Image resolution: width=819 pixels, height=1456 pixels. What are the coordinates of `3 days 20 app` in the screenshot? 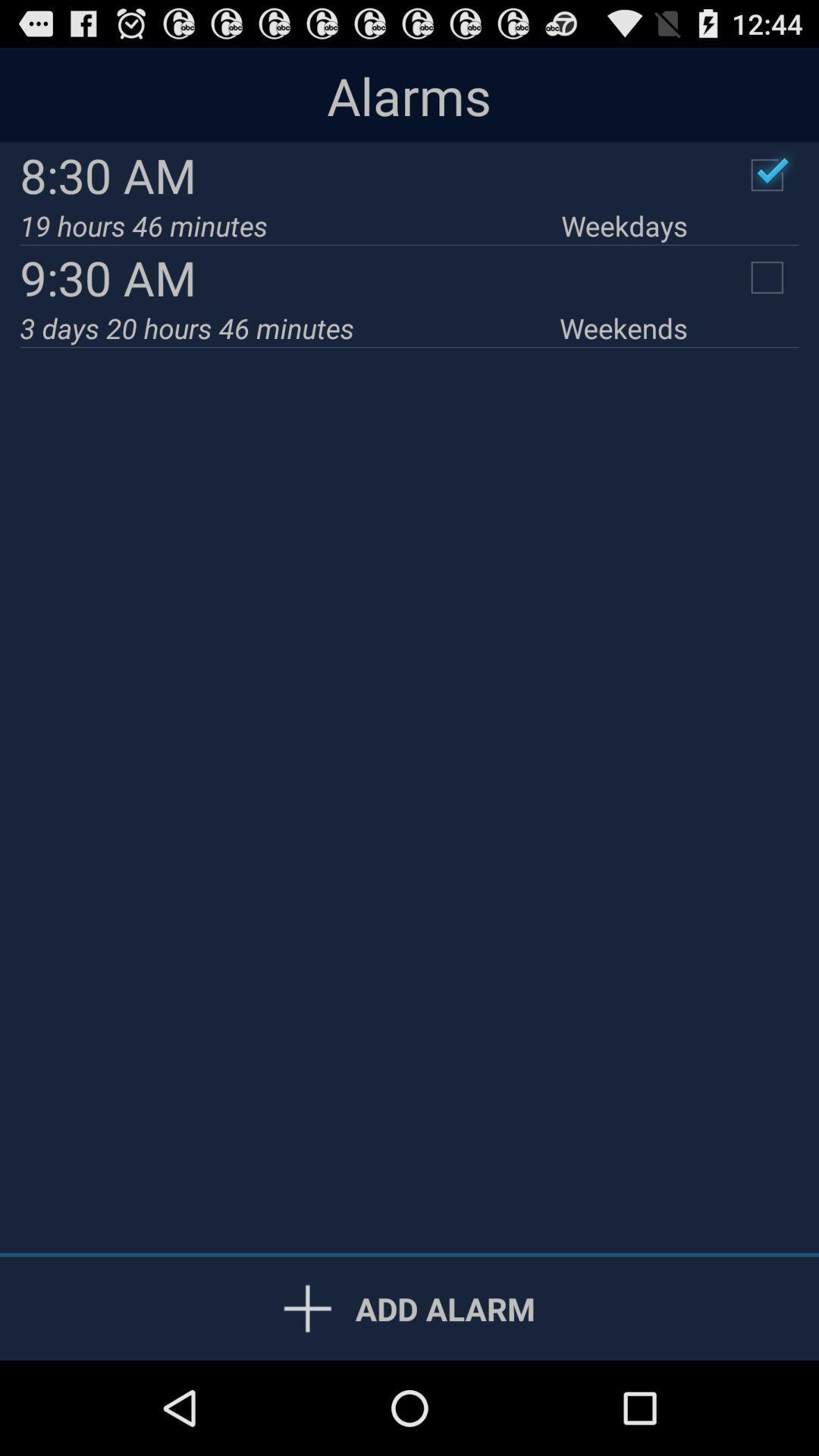 It's located at (290, 327).